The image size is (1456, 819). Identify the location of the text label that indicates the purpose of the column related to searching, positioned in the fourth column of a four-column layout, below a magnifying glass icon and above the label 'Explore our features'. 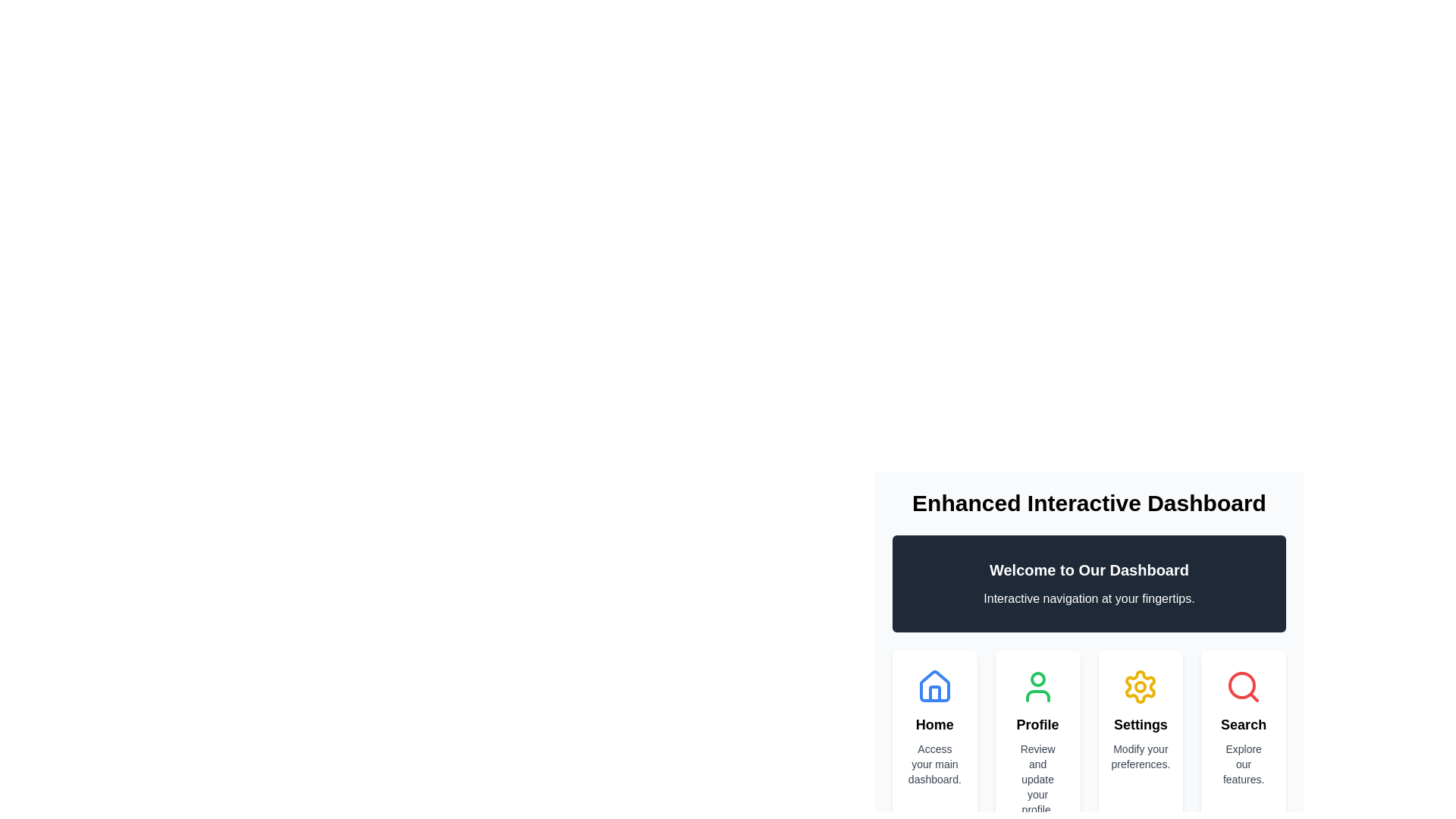
(1244, 724).